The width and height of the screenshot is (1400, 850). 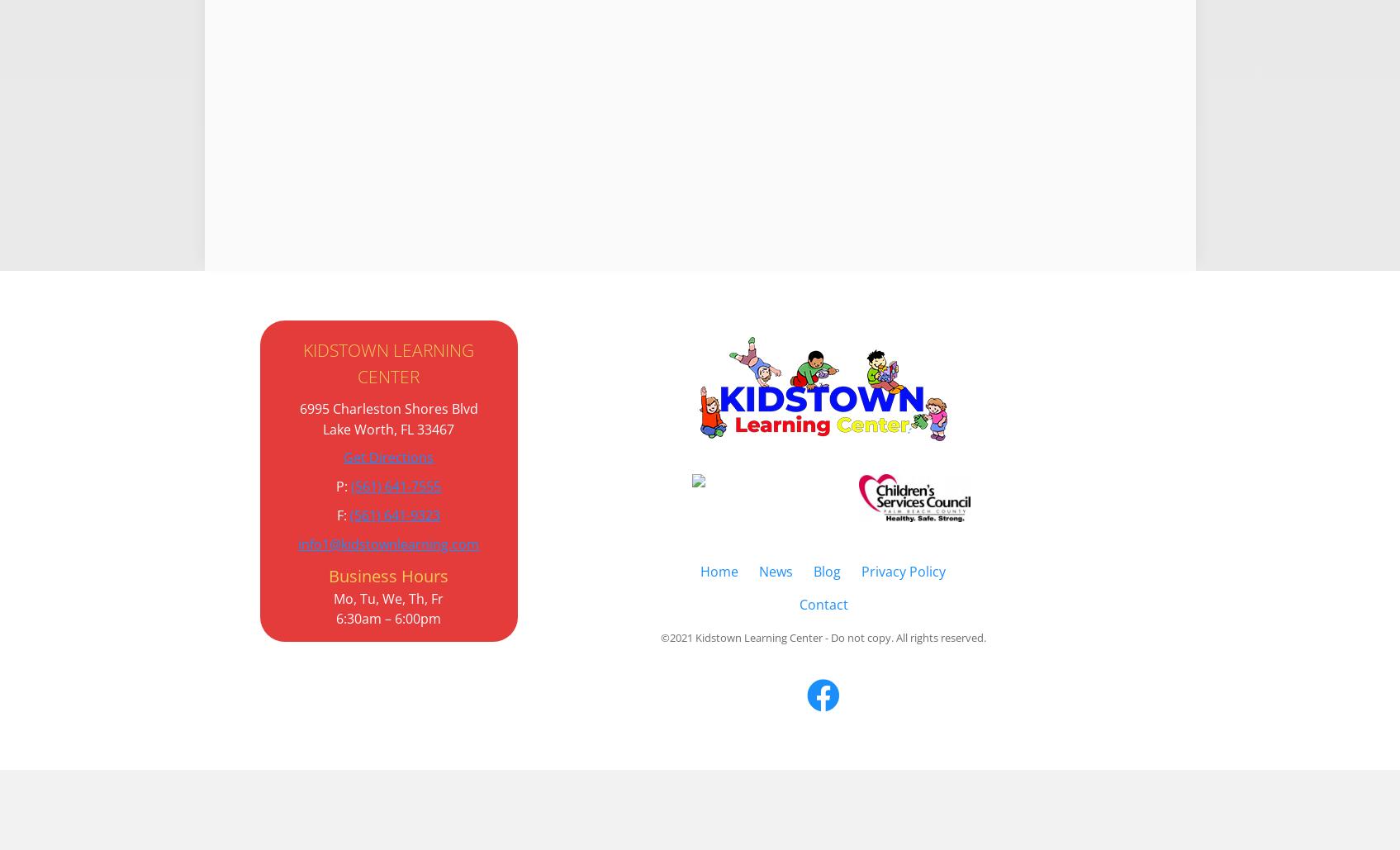 What do you see at coordinates (387, 597) in the screenshot?
I see `'Mo, Tu, We, Th, Fr'` at bounding box center [387, 597].